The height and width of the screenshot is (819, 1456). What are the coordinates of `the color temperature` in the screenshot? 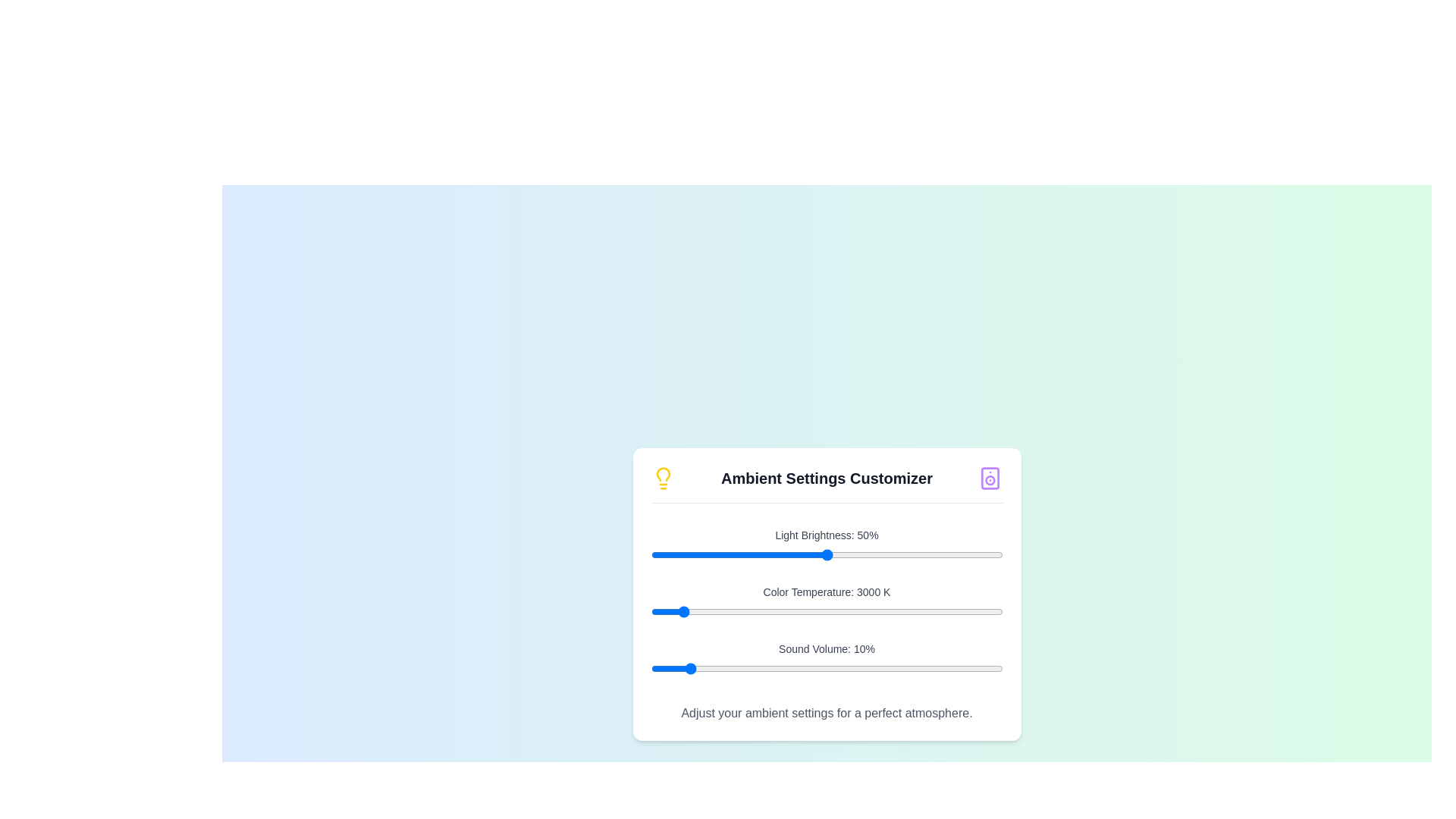 It's located at (870, 610).